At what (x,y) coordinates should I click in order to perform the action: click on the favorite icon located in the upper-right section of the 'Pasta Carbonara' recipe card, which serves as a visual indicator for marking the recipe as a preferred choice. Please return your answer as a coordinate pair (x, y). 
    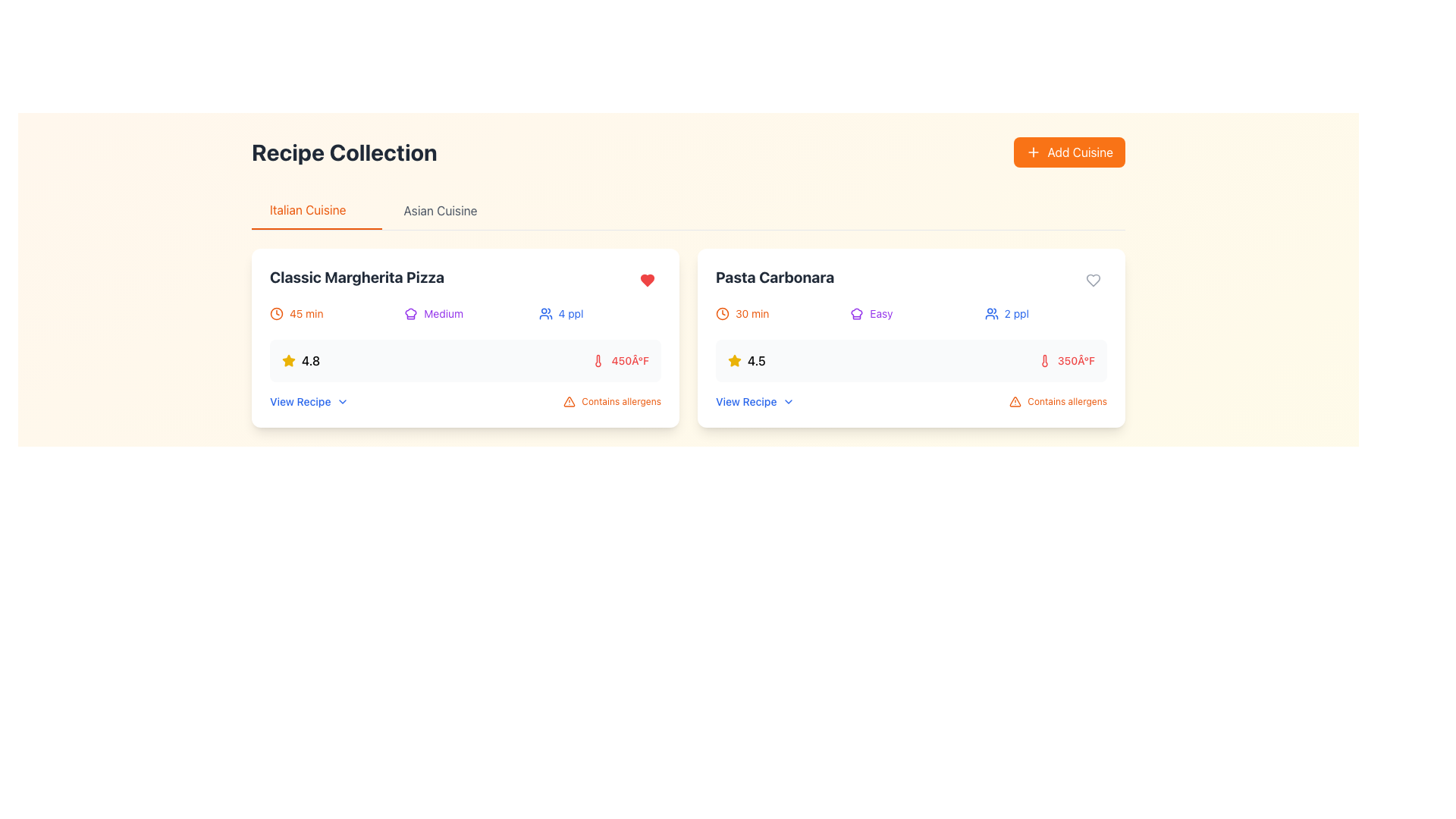
    Looking at the image, I should click on (1093, 281).